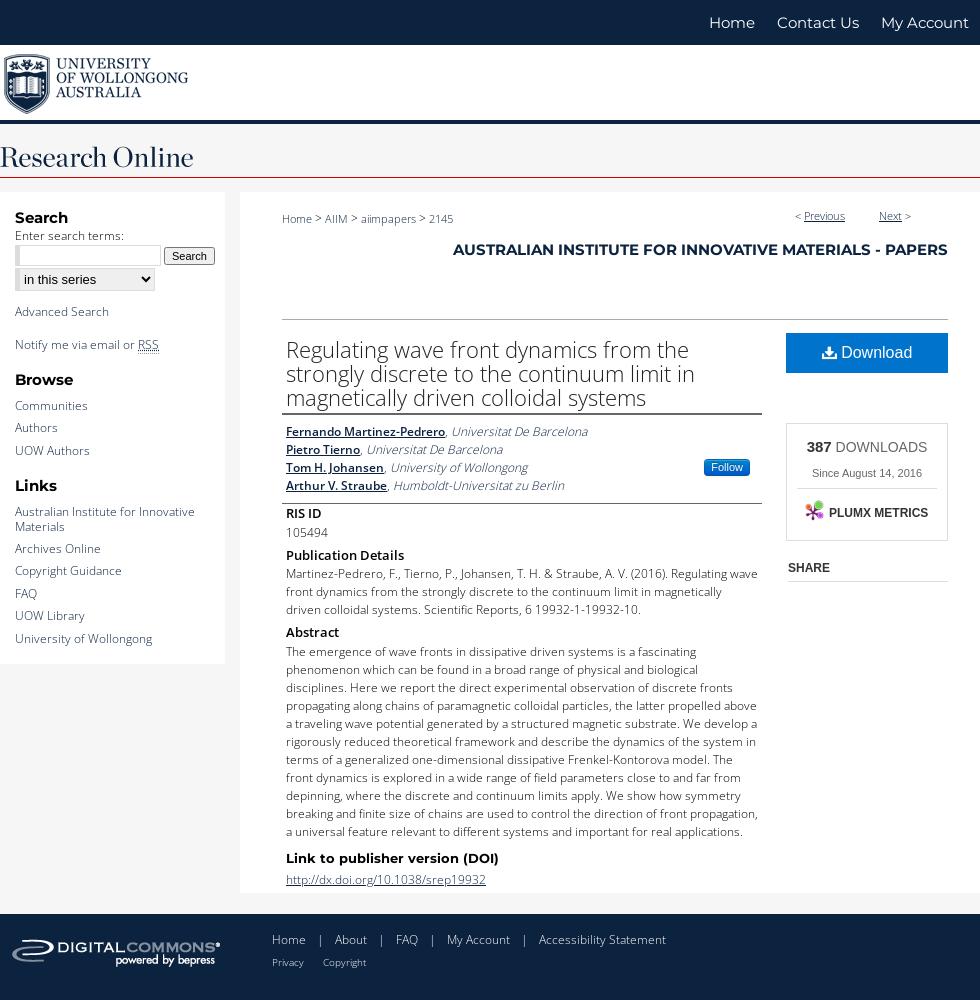  What do you see at coordinates (866, 472) in the screenshot?
I see `'Since August 14, 2016'` at bounding box center [866, 472].